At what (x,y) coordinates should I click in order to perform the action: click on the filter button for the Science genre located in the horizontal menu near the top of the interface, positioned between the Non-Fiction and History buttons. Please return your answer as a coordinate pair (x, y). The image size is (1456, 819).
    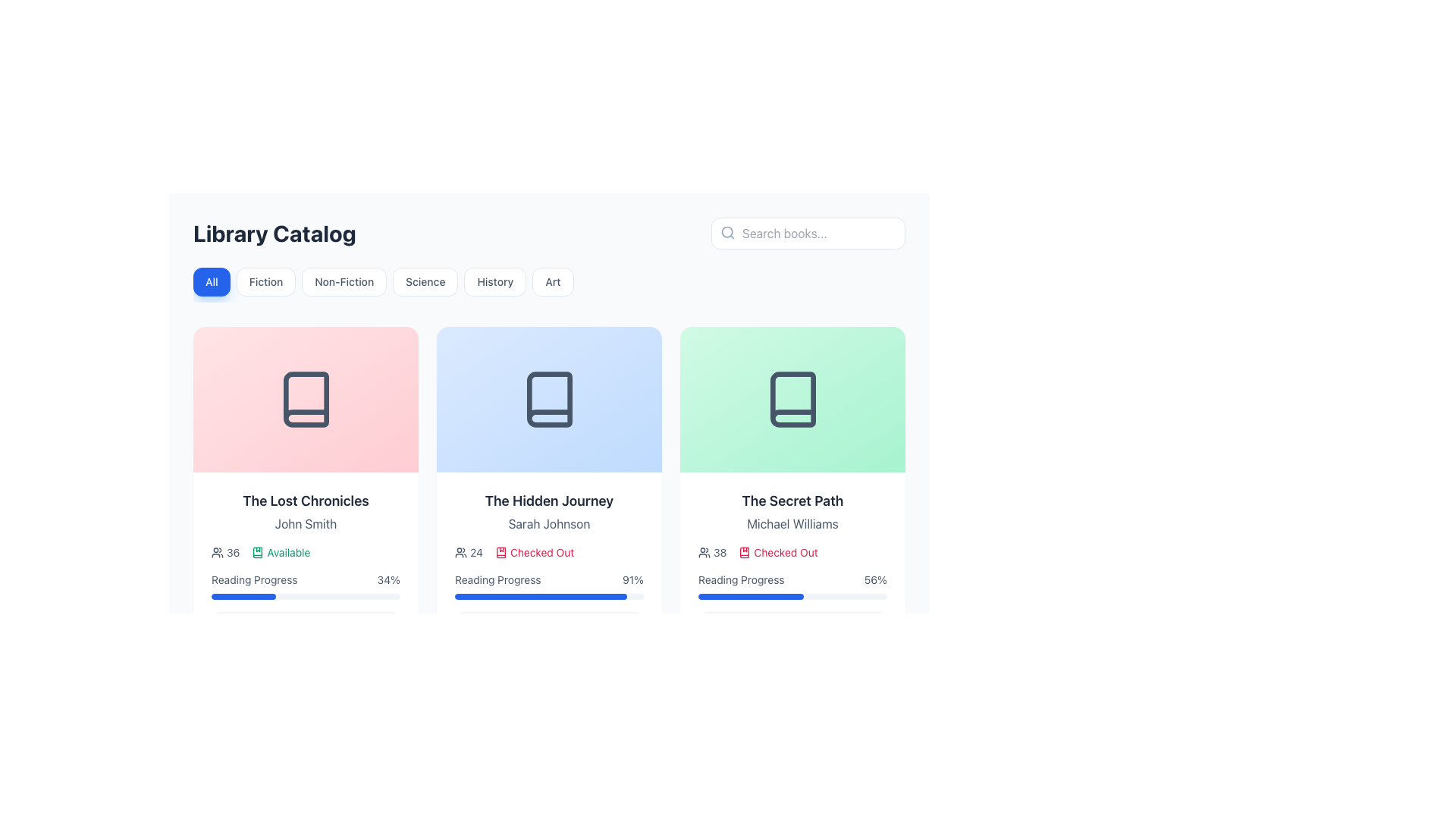
    Looking at the image, I should click on (425, 281).